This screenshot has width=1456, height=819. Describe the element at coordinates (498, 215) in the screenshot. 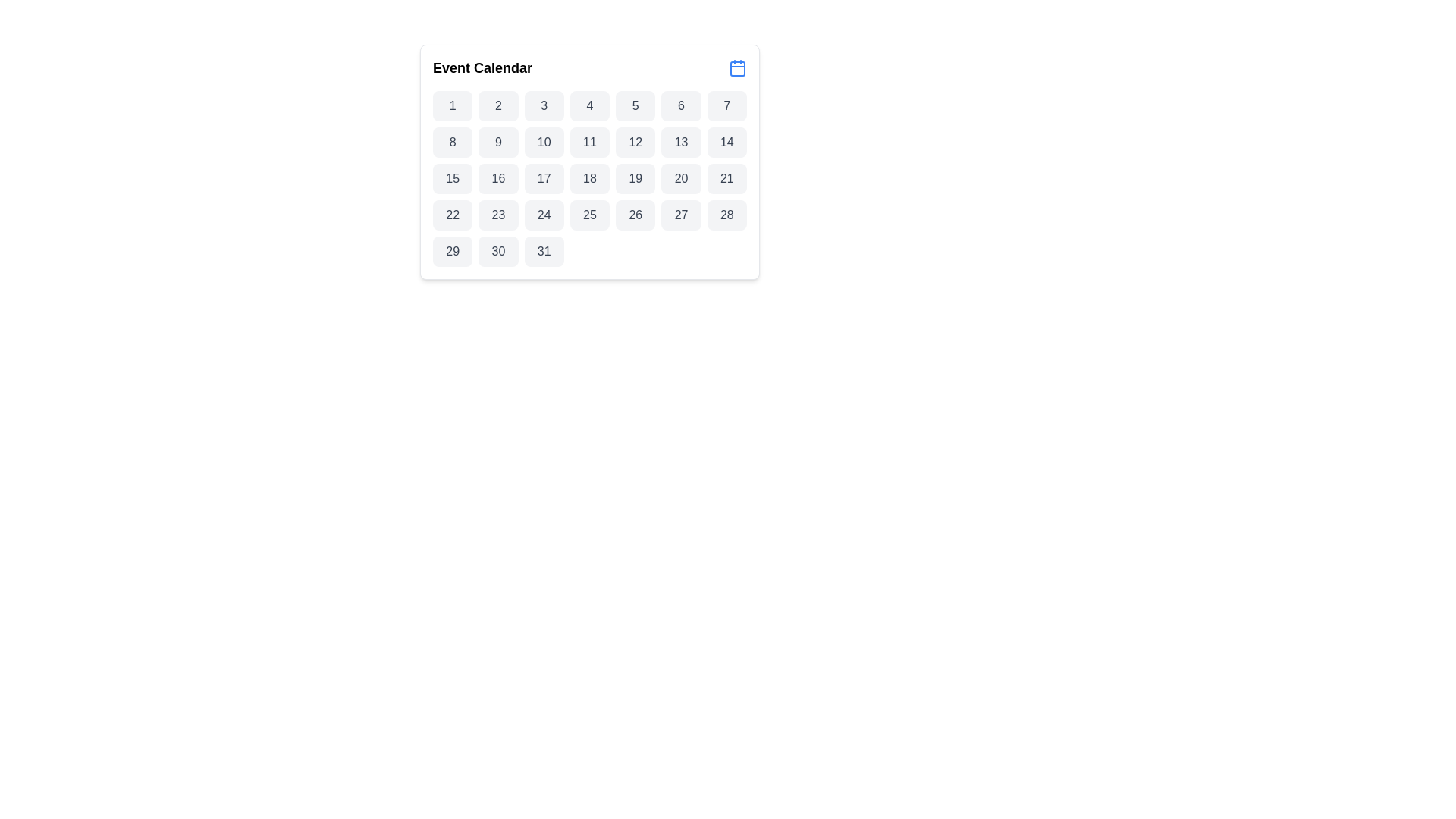

I see `the button displaying '23' in a bold and centered font` at that location.